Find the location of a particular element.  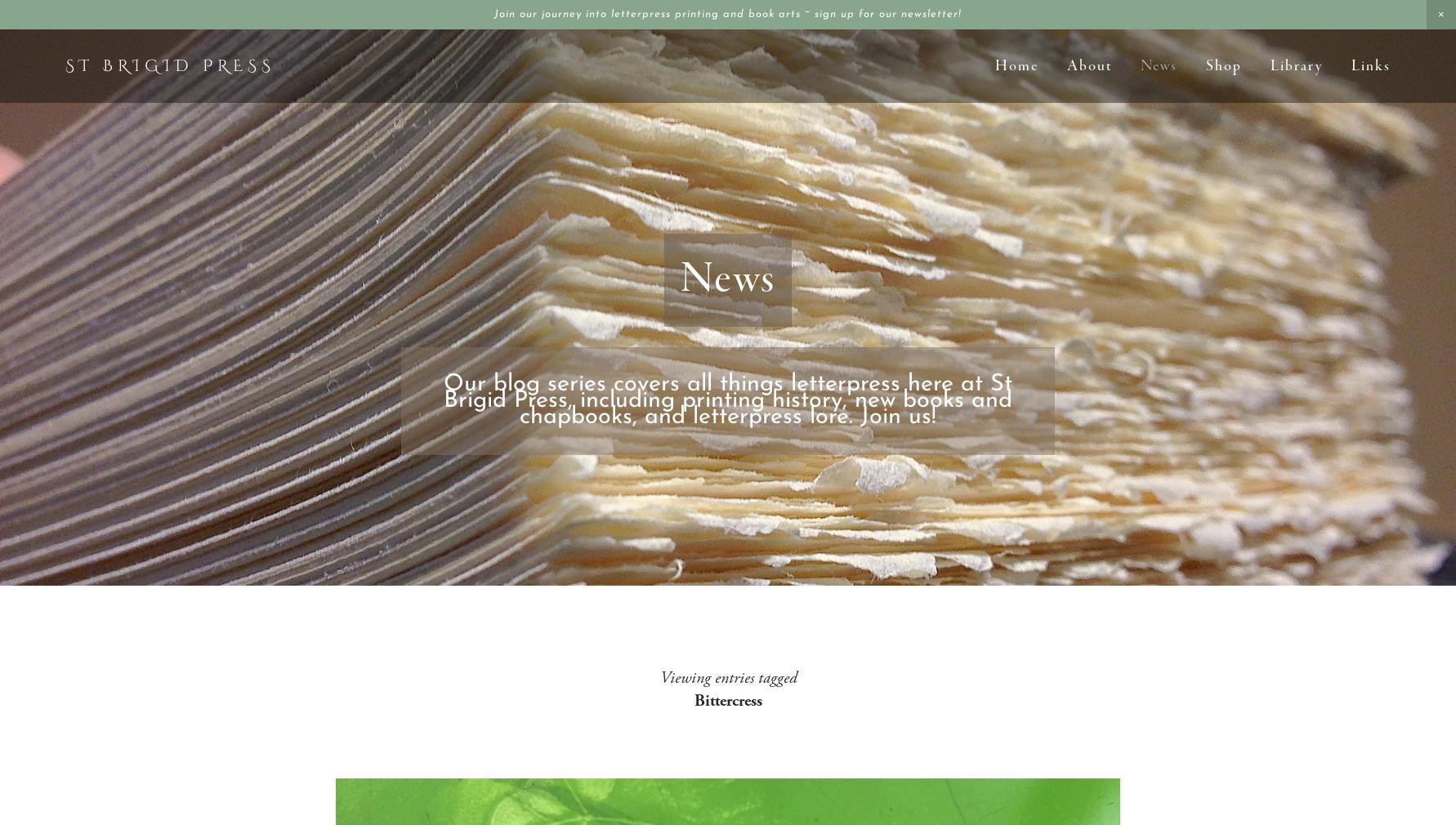

'Library' is located at coordinates (1296, 65).